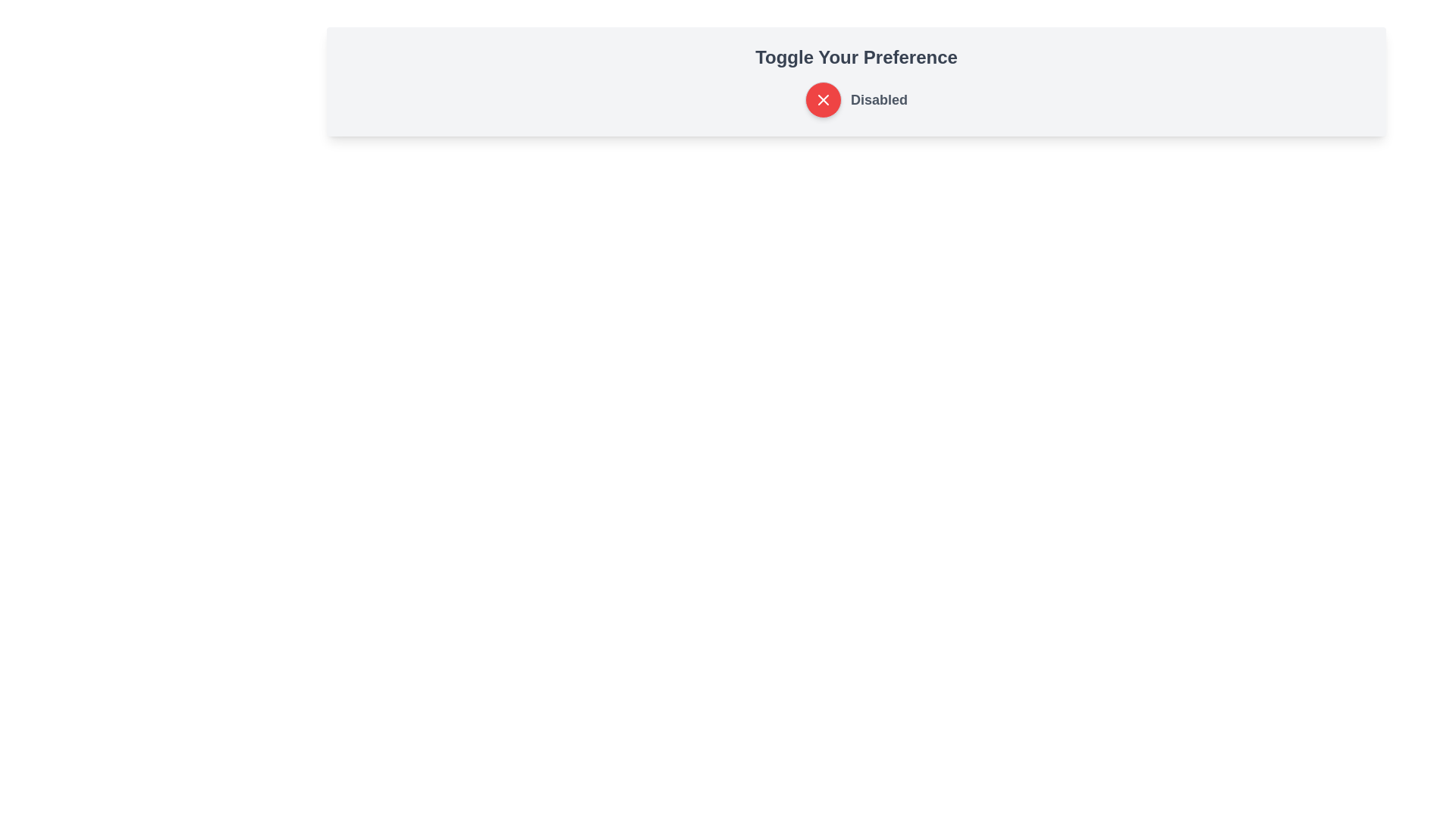  Describe the element at coordinates (822, 99) in the screenshot. I see `toggle button to switch its state` at that location.